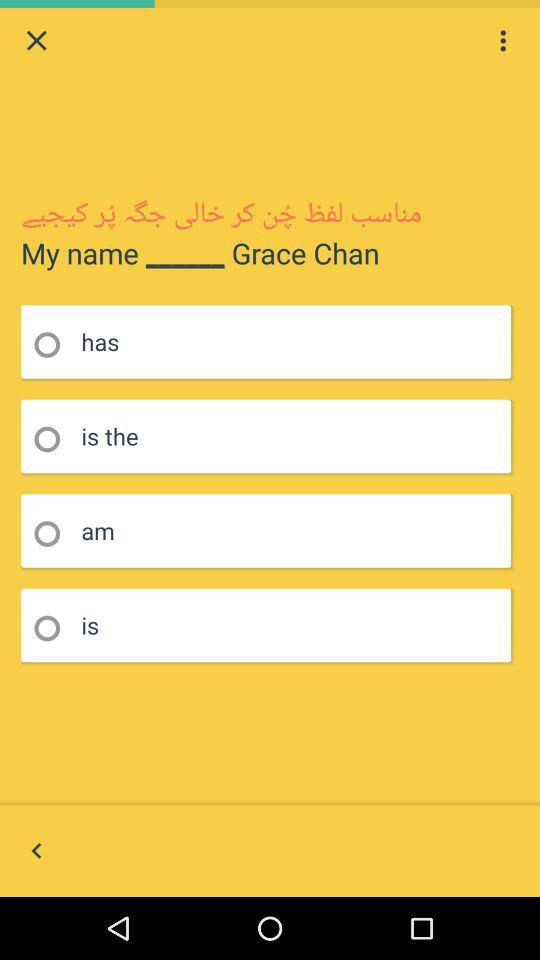 Image resolution: width=540 pixels, height=960 pixels. Describe the element at coordinates (502, 39) in the screenshot. I see `for options` at that location.